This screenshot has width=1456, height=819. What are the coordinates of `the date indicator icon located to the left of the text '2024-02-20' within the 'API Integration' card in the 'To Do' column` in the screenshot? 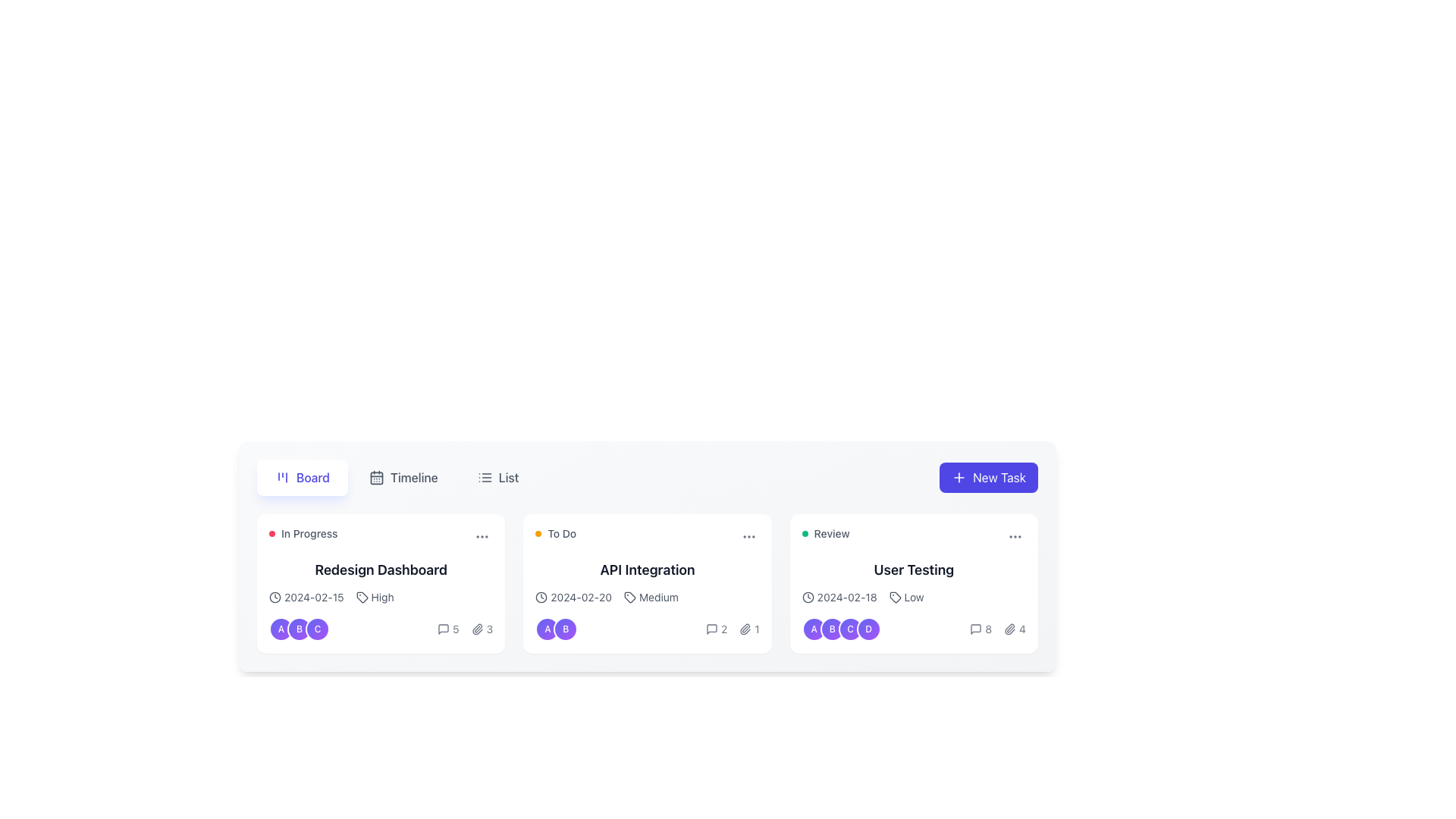 It's located at (541, 596).